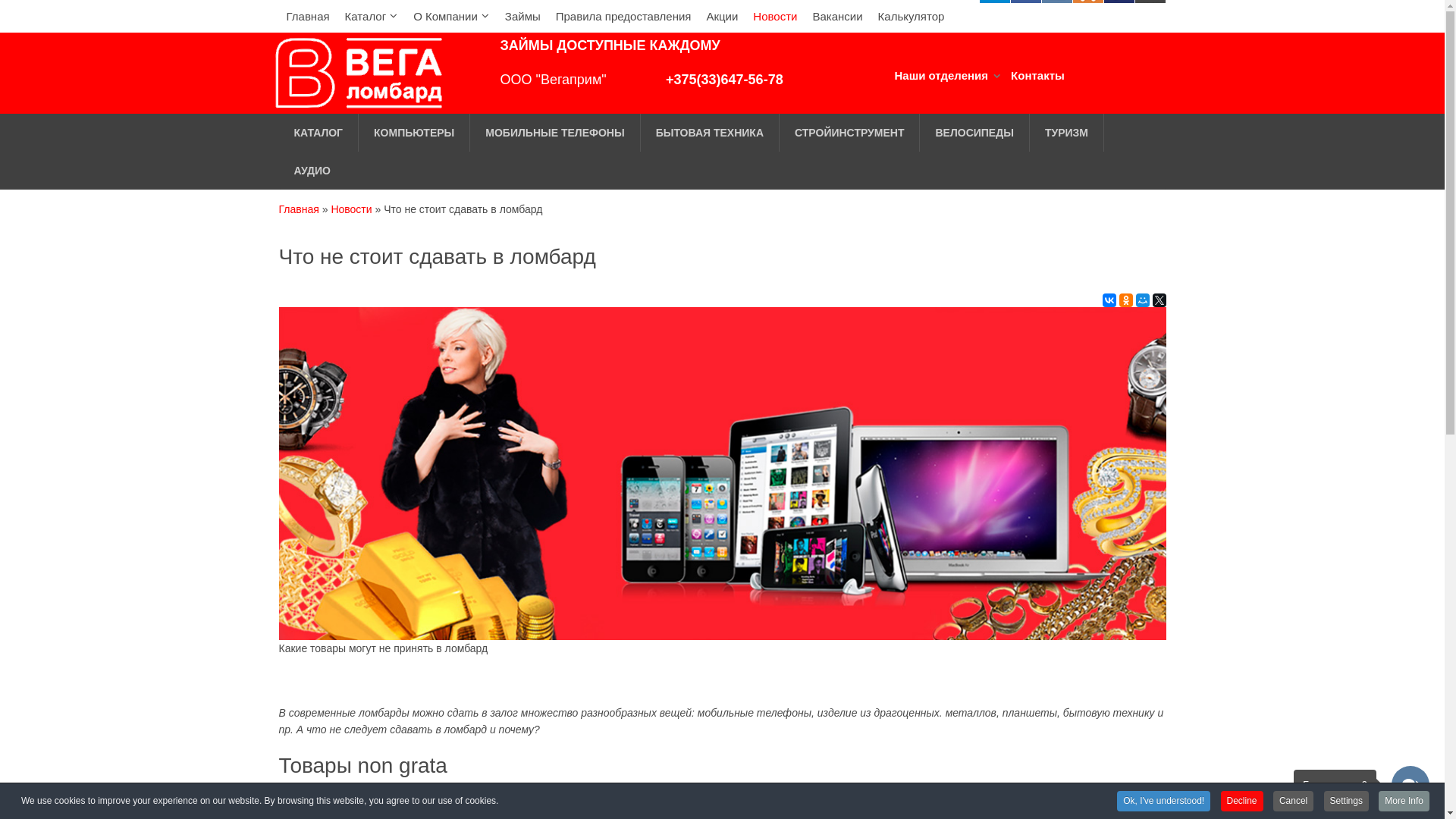 This screenshot has height=819, width=1456. Describe the element at coordinates (1292, 800) in the screenshot. I see `'Cancel'` at that location.